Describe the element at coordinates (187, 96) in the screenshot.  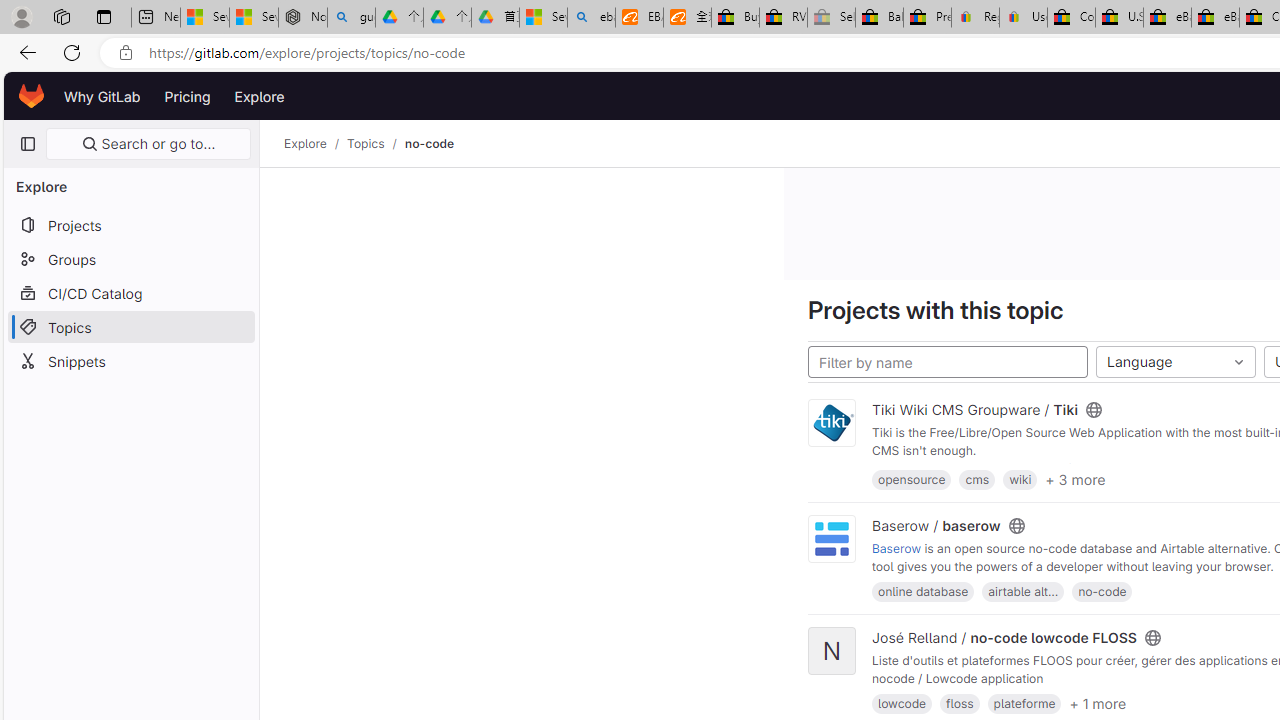
I see `'Pricing'` at that location.